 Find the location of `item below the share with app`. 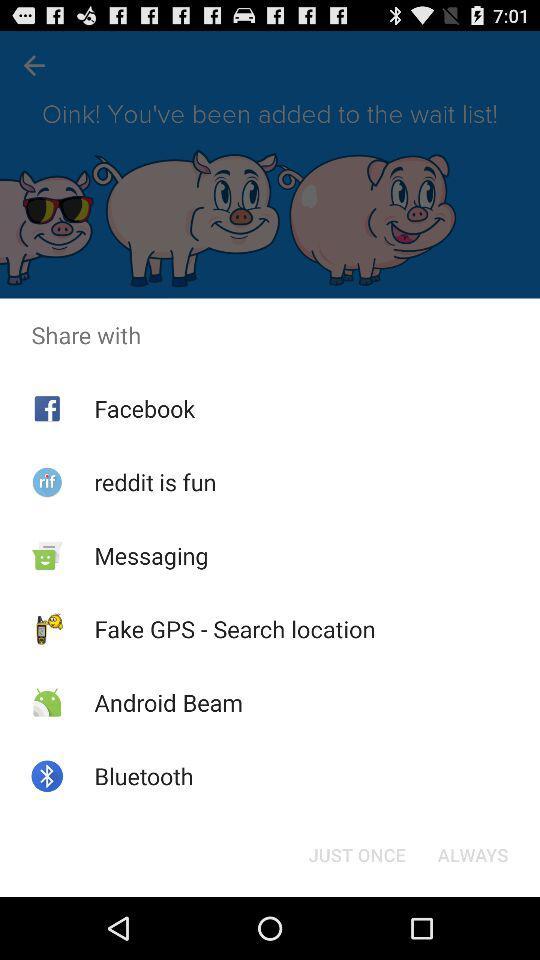

item below the share with app is located at coordinates (472, 853).